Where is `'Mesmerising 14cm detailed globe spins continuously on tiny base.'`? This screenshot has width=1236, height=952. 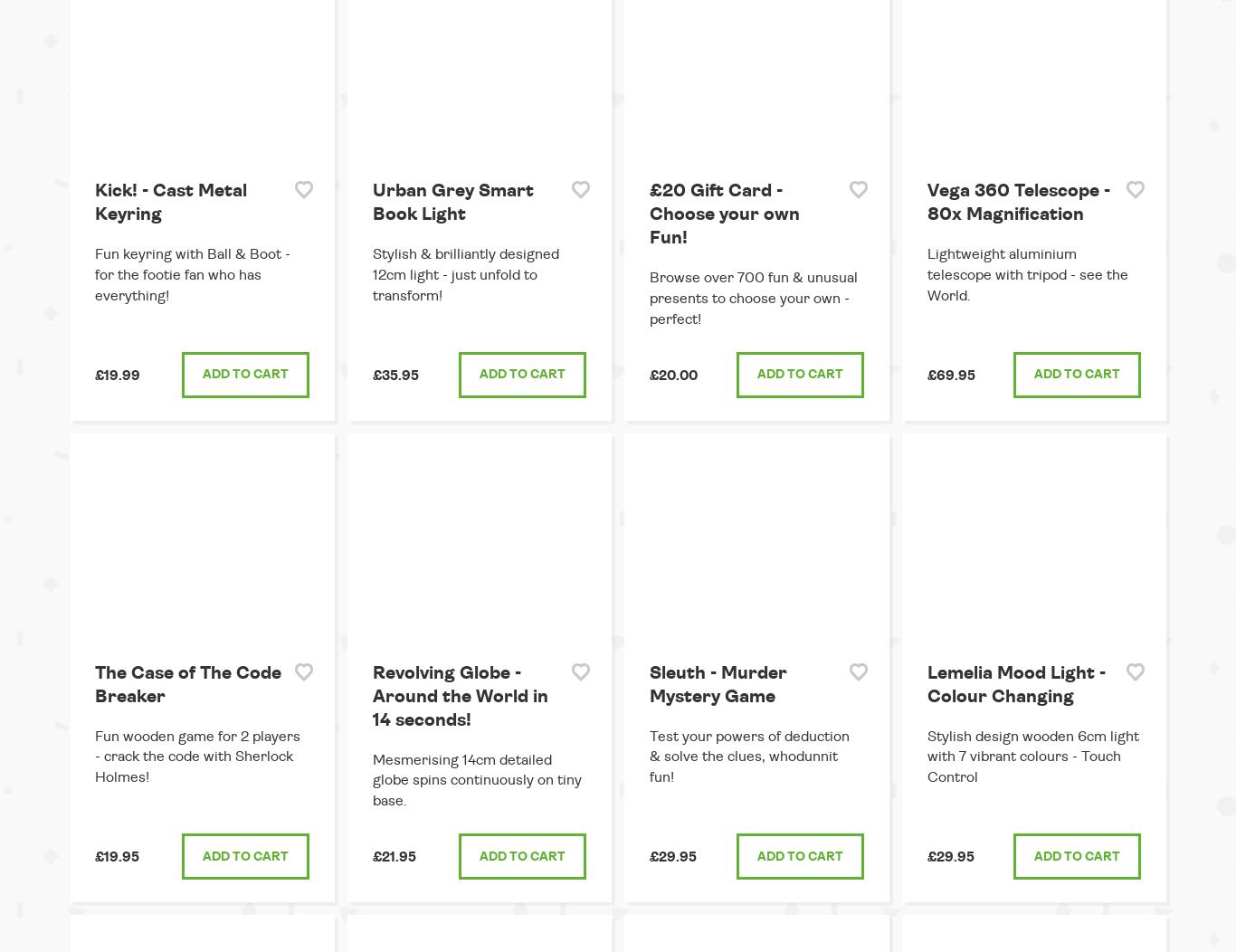 'Mesmerising 14cm detailed globe spins continuously on tiny base.' is located at coordinates (476, 779).